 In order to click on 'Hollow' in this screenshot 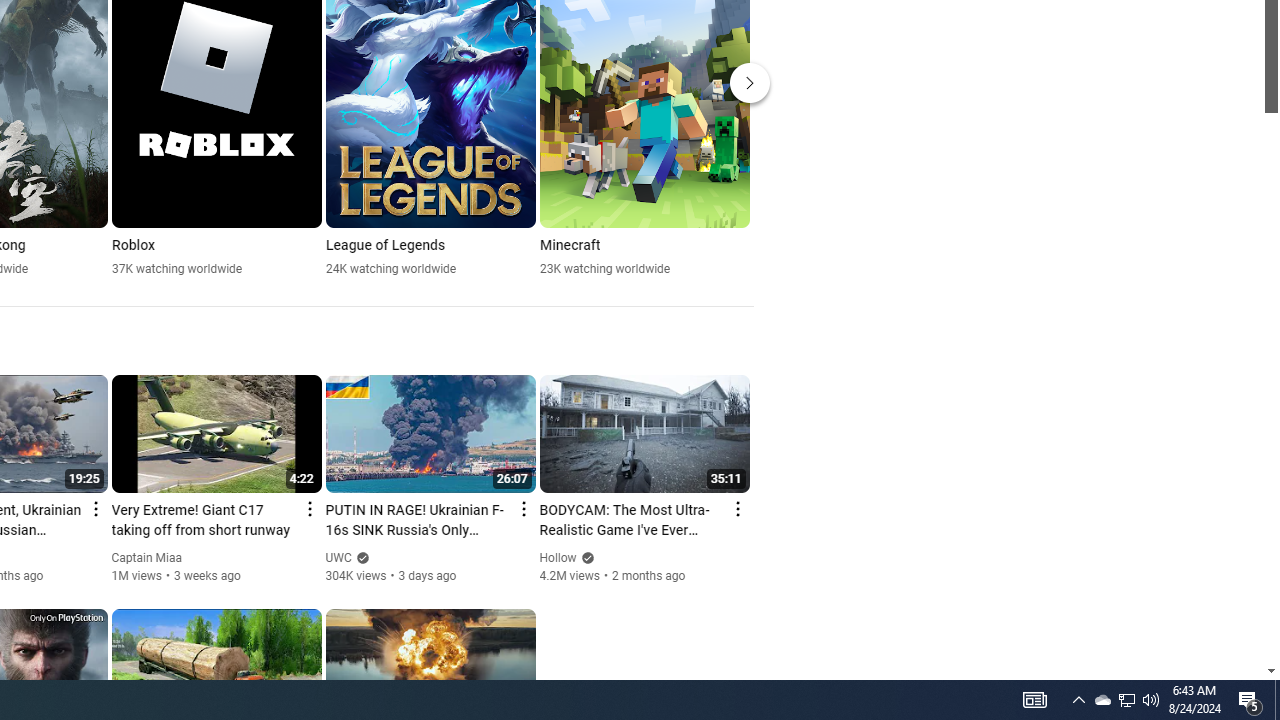, I will do `click(558, 558)`.